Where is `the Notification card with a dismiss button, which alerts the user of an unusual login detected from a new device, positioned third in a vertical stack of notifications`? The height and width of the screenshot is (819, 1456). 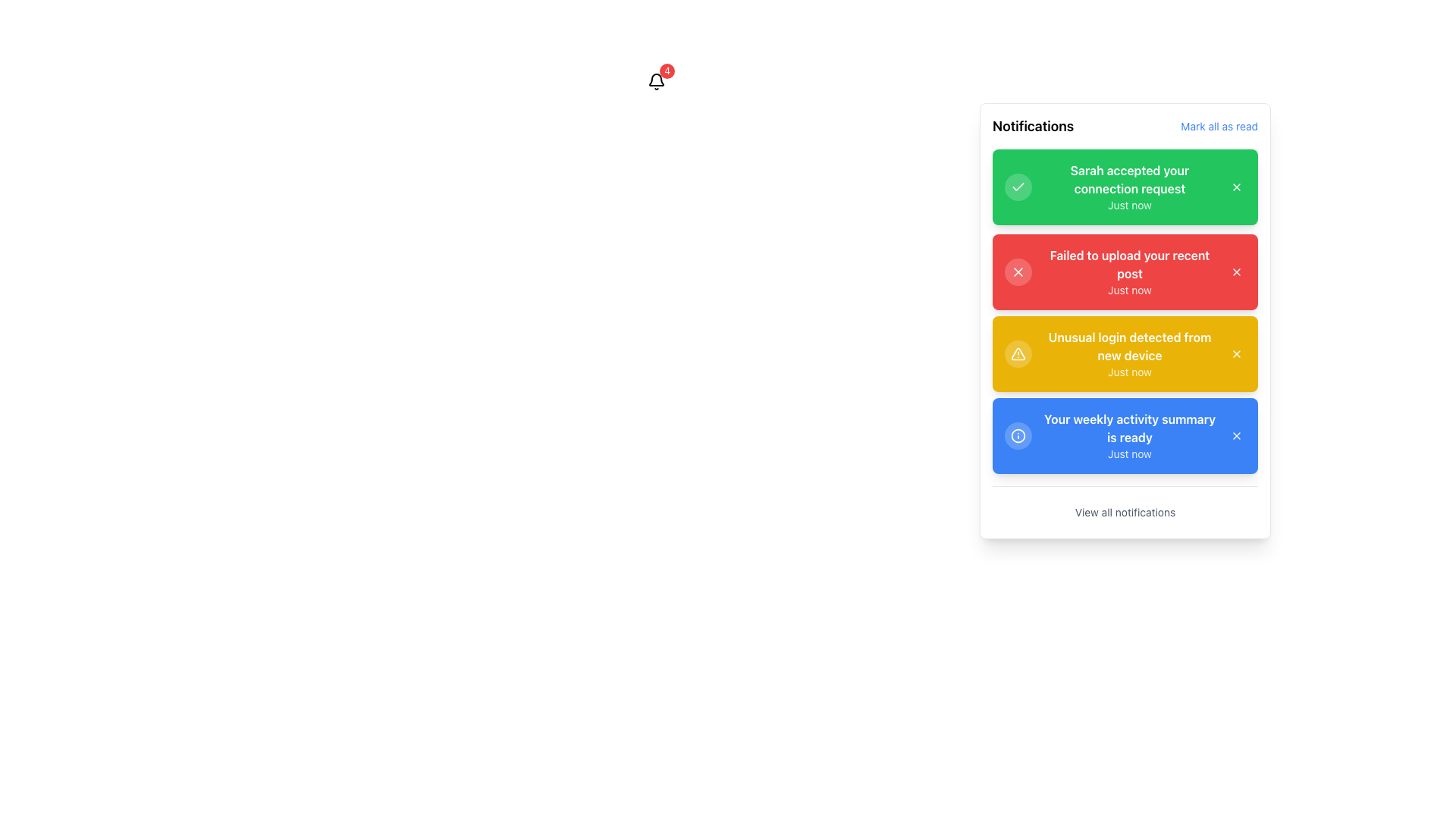 the Notification card with a dismiss button, which alerts the user of an unusual login detected from a new device, positioned third in a vertical stack of notifications is located at coordinates (1125, 353).